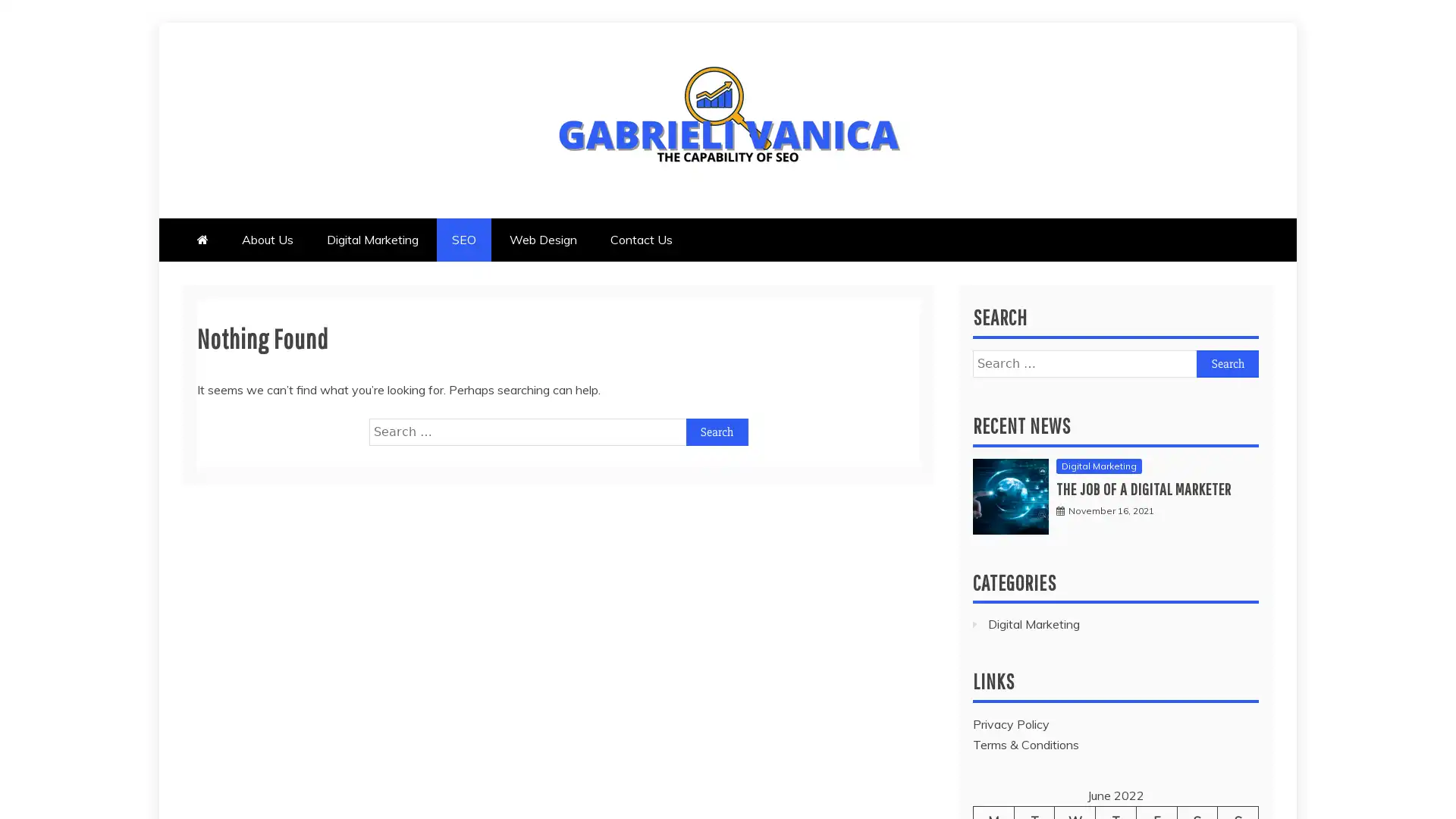 This screenshot has height=819, width=1456. Describe the element at coordinates (716, 431) in the screenshot. I see `Search` at that location.